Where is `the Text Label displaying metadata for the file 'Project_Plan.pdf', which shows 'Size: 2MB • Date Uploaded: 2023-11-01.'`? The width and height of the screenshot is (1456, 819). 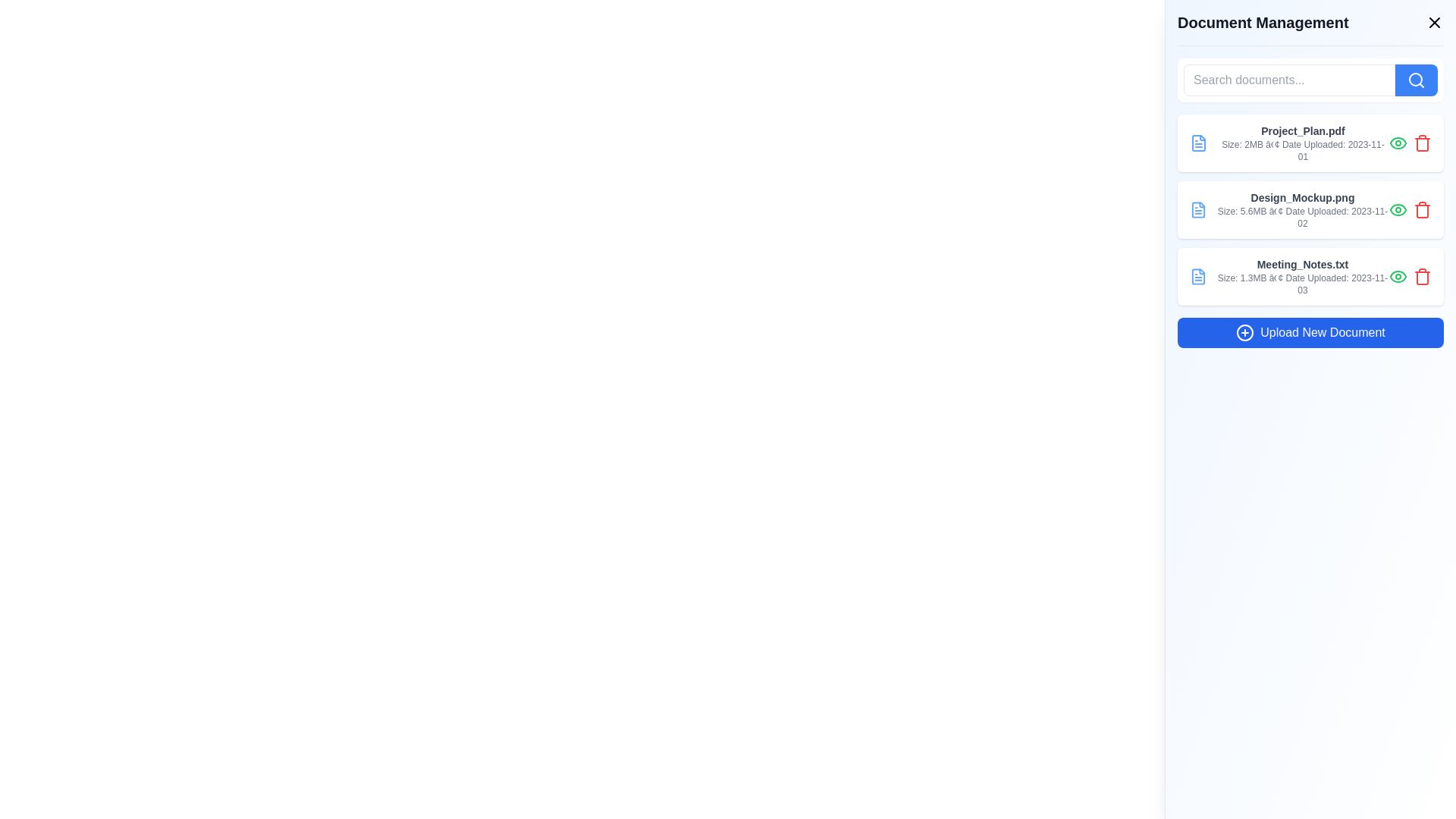 the Text Label displaying metadata for the file 'Project_Plan.pdf', which shows 'Size: 2MB • Date Uploaded: 2023-11-01.' is located at coordinates (1302, 151).